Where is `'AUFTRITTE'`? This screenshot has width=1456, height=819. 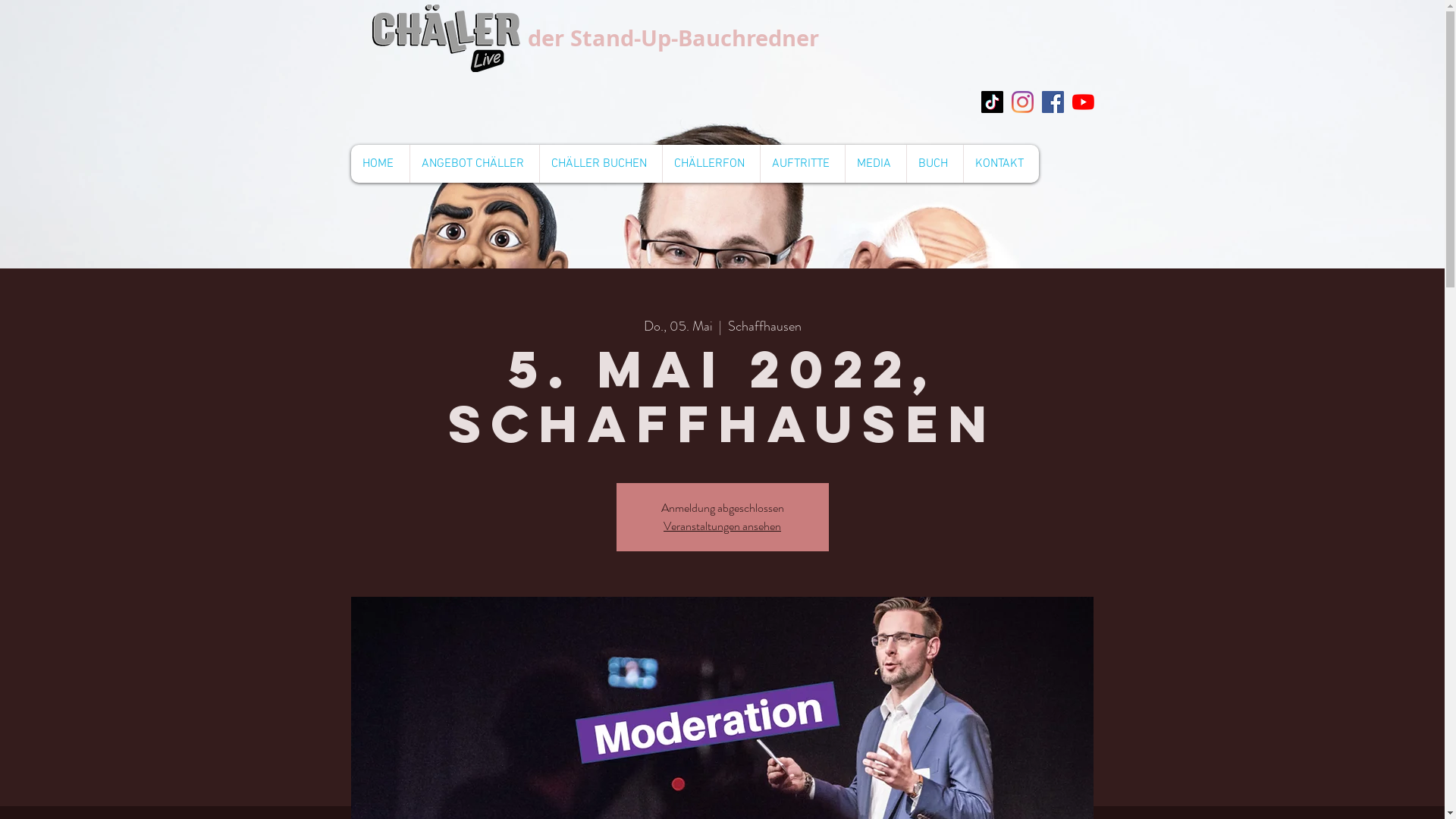
'AUFTRITTE' is located at coordinates (801, 164).